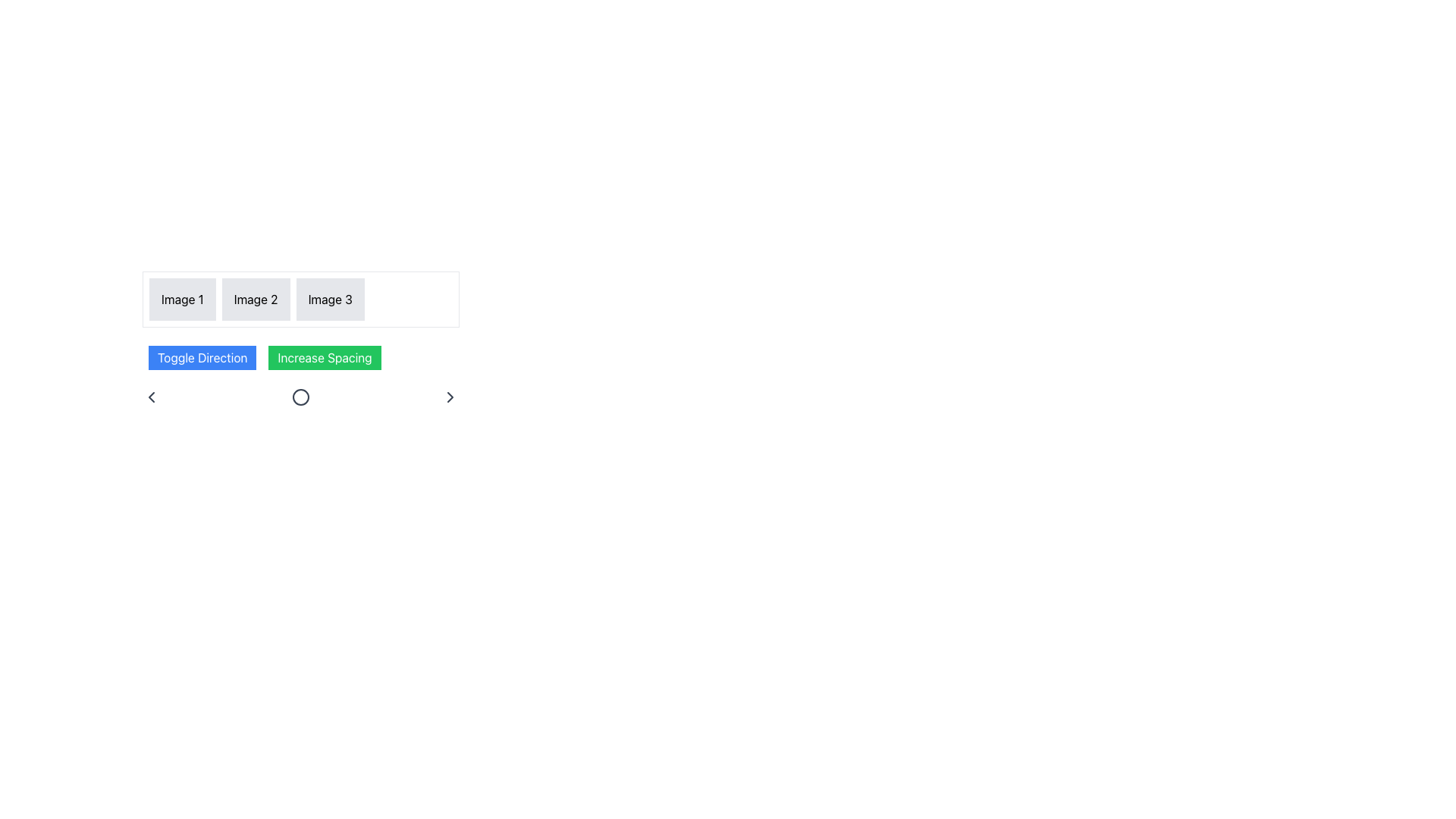 The width and height of the screenshot is (1456, 819). What do you see at coordinates (202, 357) in the screenshot?
I see `the leftmost button located below a row of three labeled images` at bounding box center [202, 357].